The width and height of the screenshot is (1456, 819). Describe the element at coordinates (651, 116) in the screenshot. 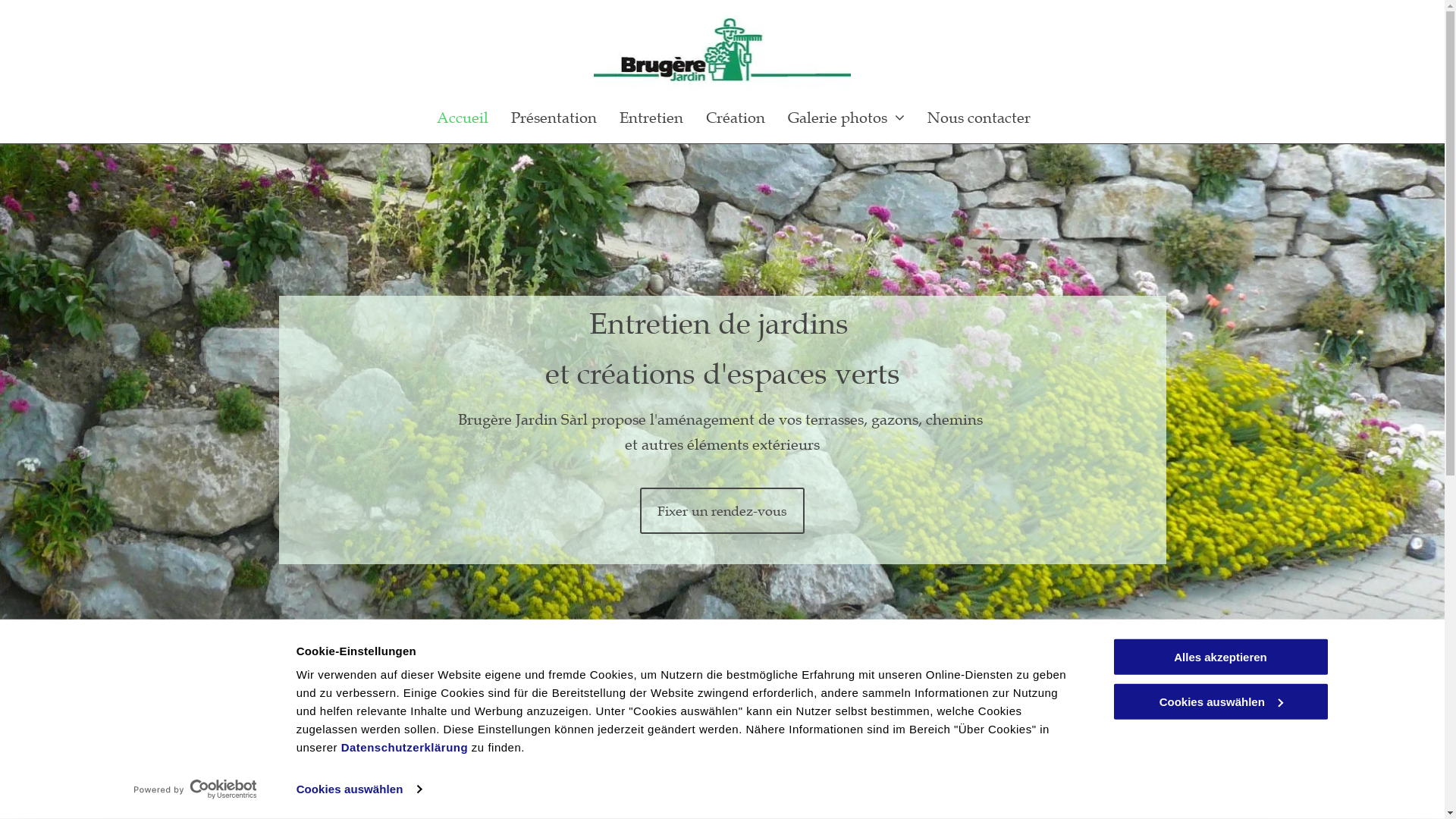

I see `'Entretien'` at that location.